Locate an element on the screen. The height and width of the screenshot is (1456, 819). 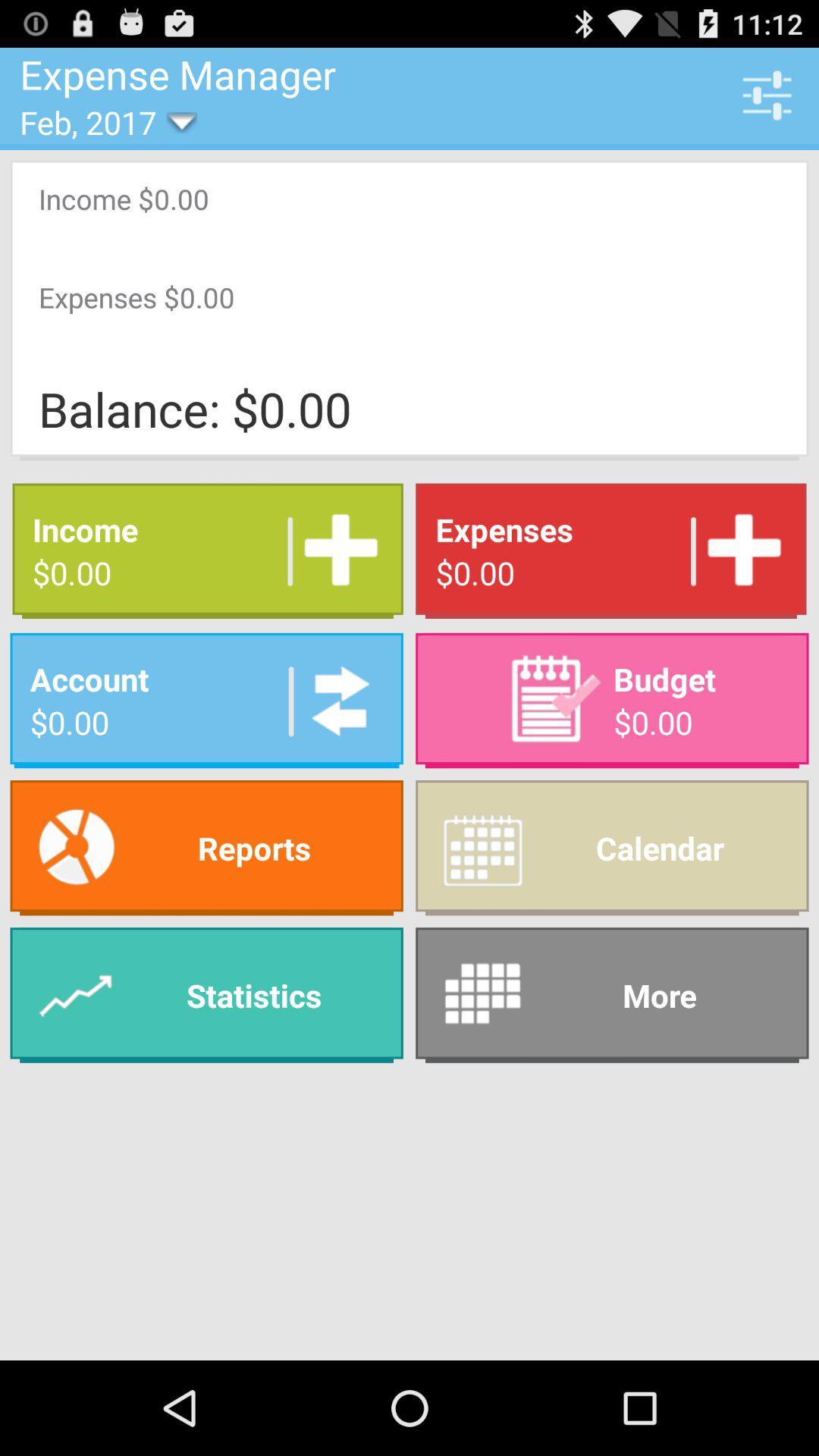
the reports is located at coordinates (206, 847).